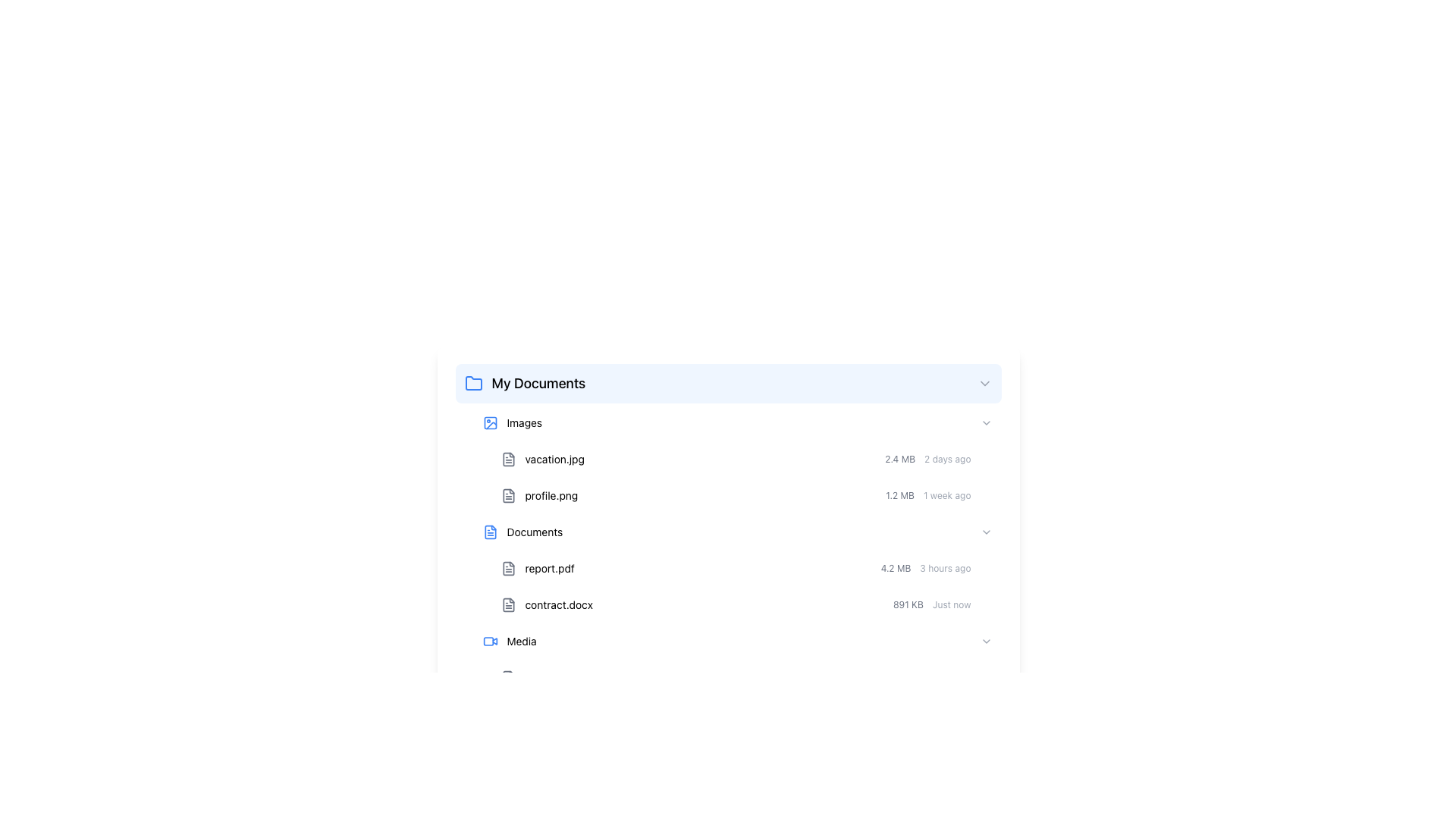 This screenshot has height=819, width=1456. Describe the element at coordinates (508, 458) in the screenshot. I see `the document file icon, which is the main graphical representation of a file type, centrally placed in the file browser interface` at that location.